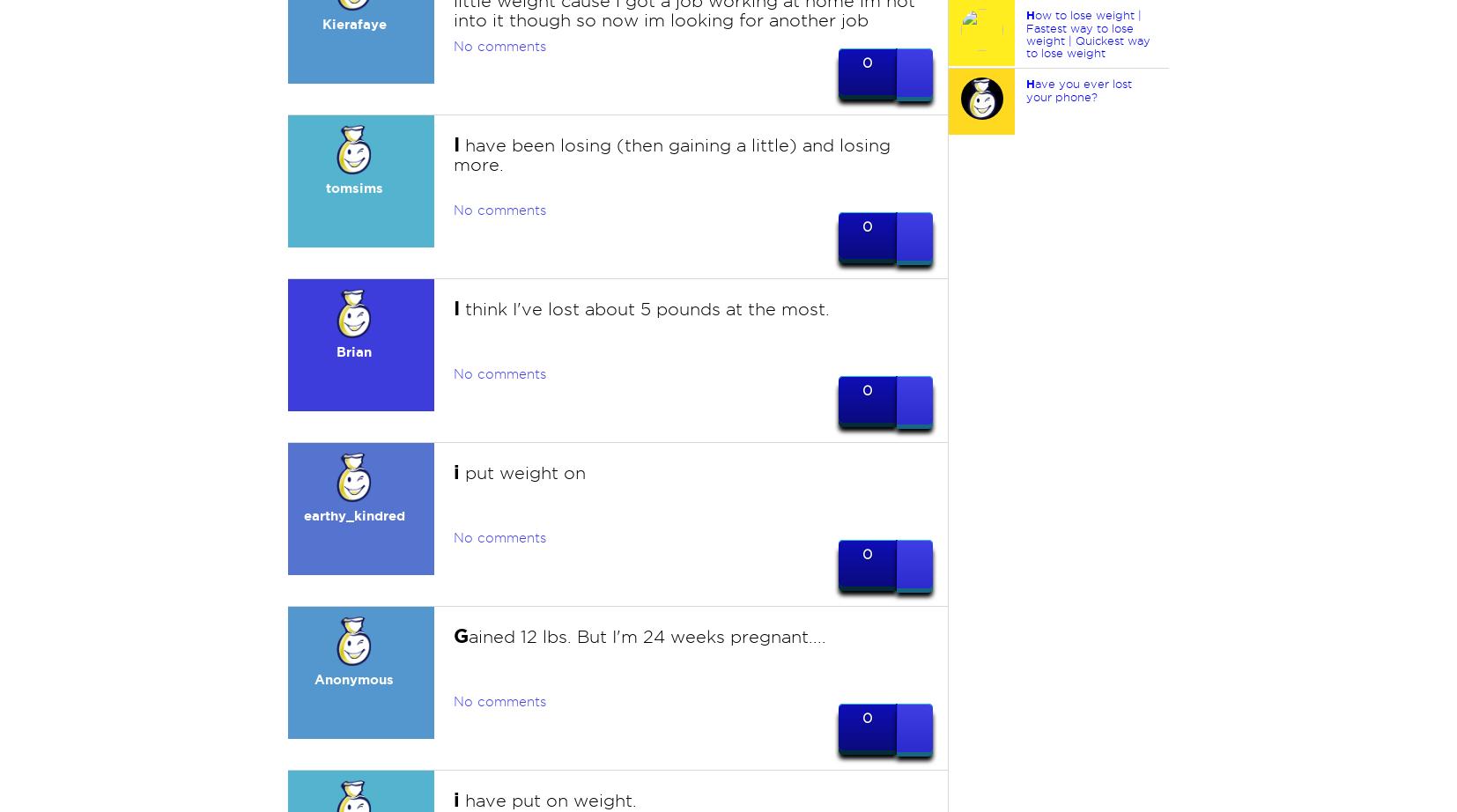 Image resolution: width=1457 pixels, height=812 pixels. I want to click on 'ained 12 lbs. But I'm 24 weeks pregnant....', so click(647, 636).